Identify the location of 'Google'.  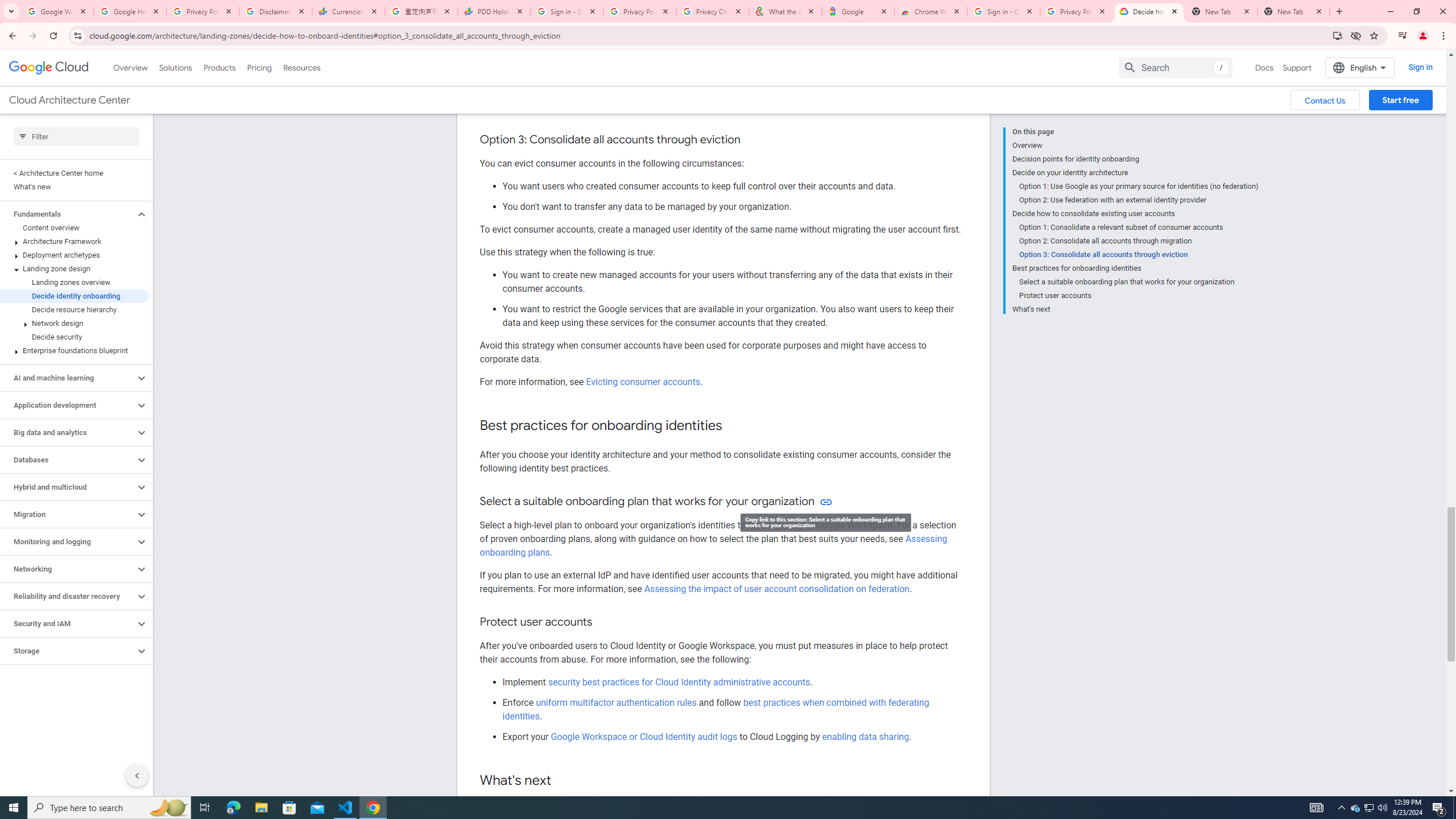
(858, 11).